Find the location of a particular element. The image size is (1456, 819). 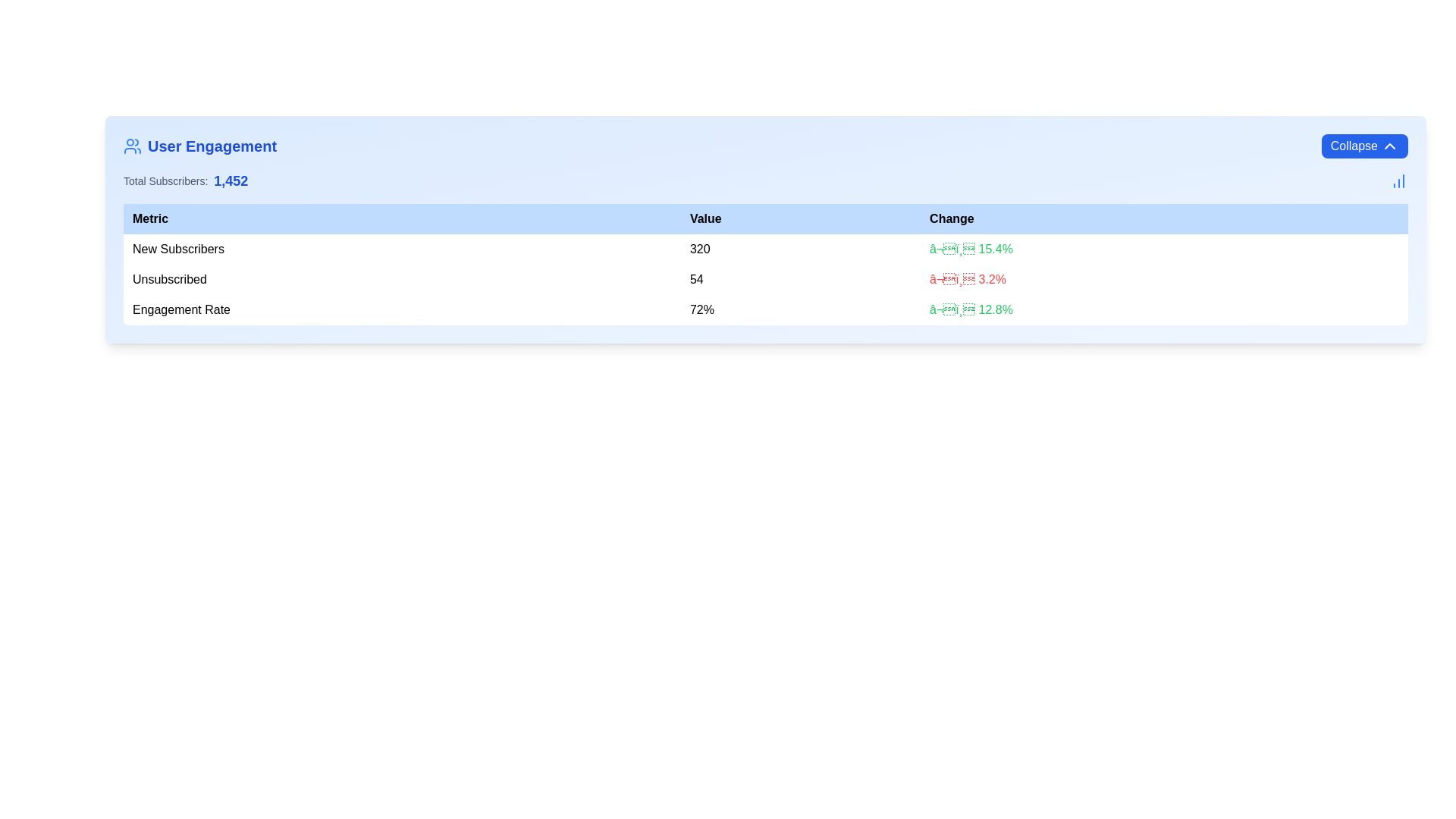

the chevron icon associated with the 'Collapse' button located at the top-right corner of the user engagement data card is located at coordinates (1390, 146).